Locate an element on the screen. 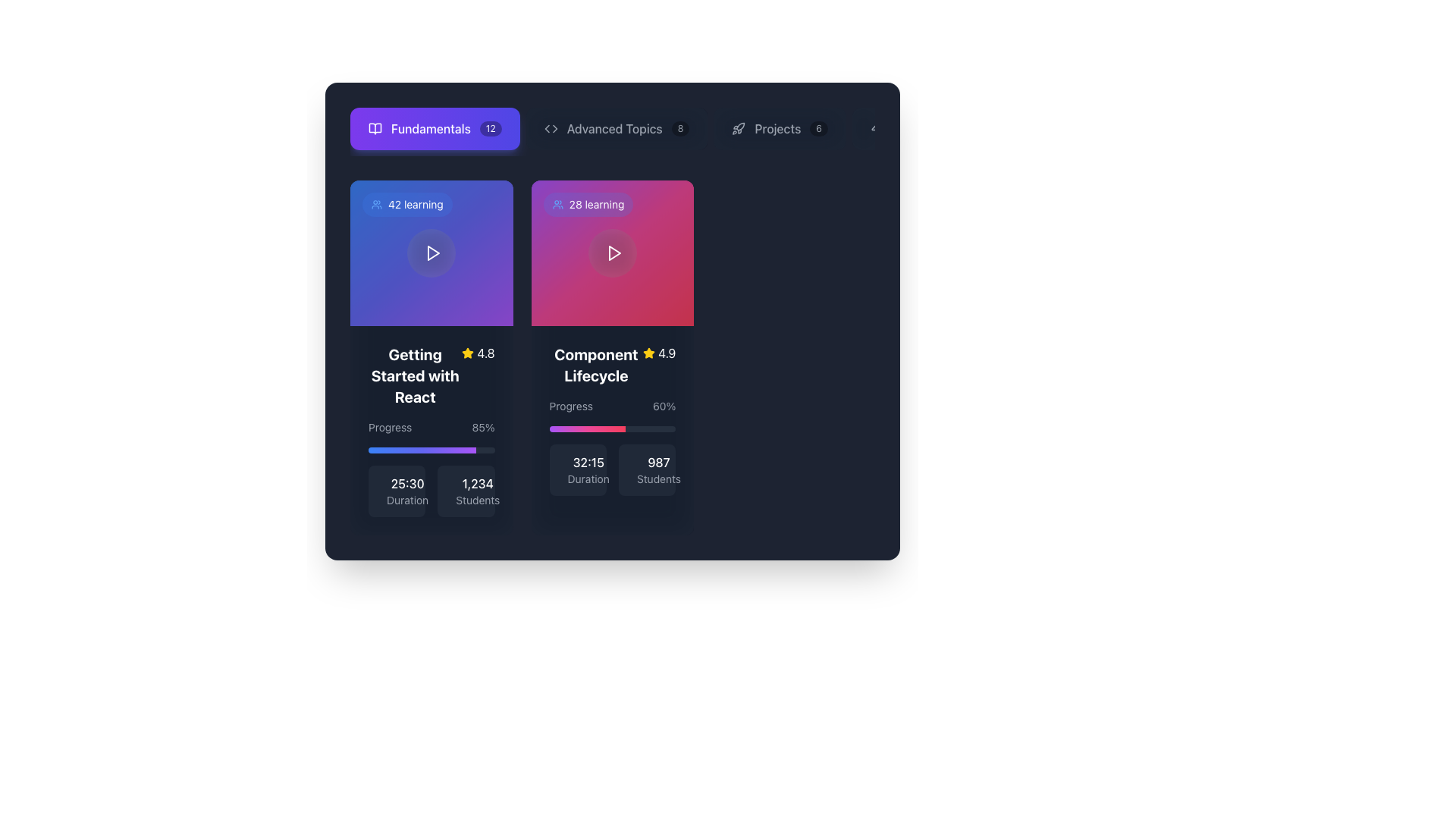  the title text element with an accompanying icon located in the second card from the left in the grid, positioned beneath the '28 learning' label is located at coordinates (612, 366).